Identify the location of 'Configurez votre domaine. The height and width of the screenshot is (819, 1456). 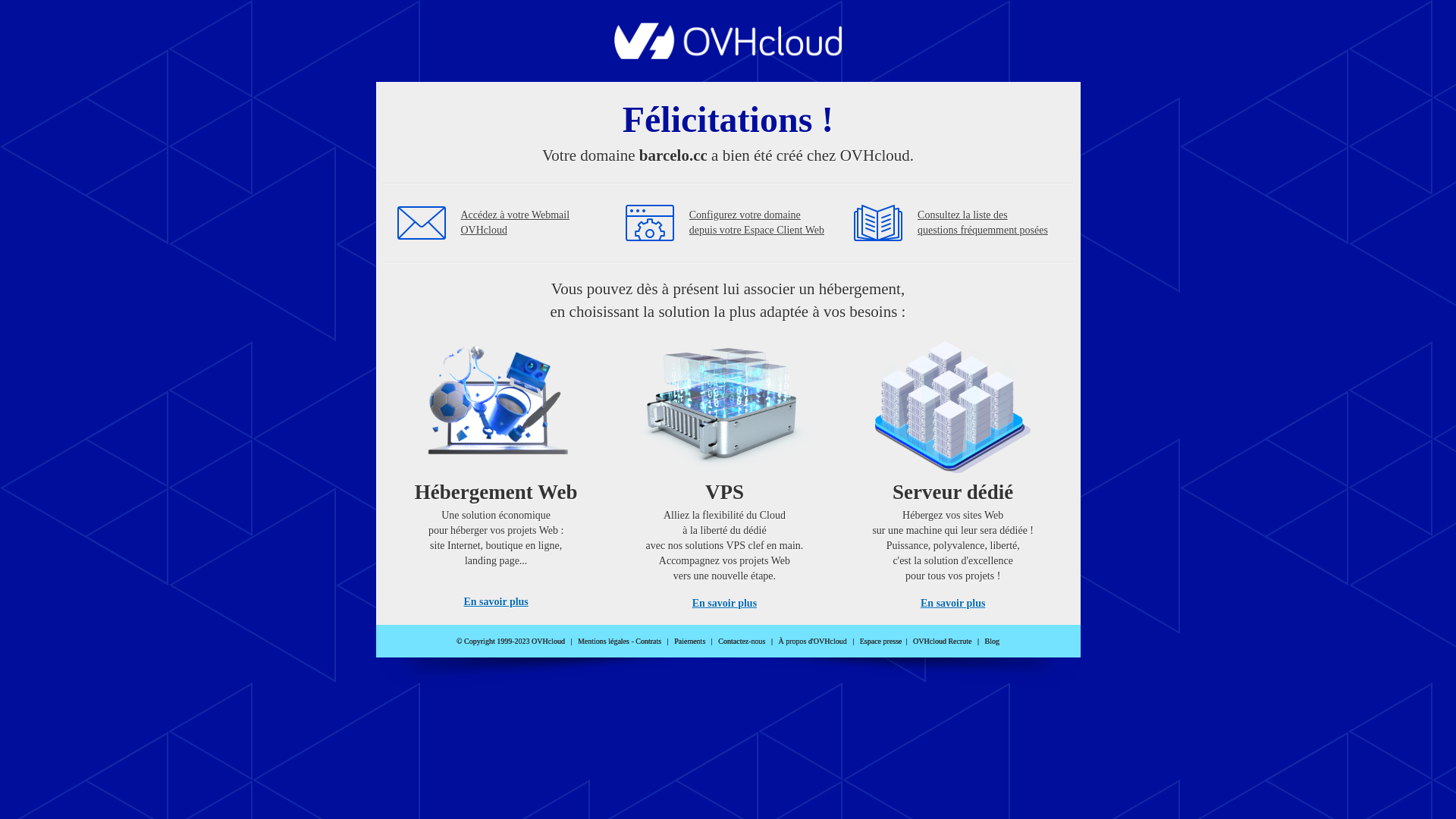
(757, 222).